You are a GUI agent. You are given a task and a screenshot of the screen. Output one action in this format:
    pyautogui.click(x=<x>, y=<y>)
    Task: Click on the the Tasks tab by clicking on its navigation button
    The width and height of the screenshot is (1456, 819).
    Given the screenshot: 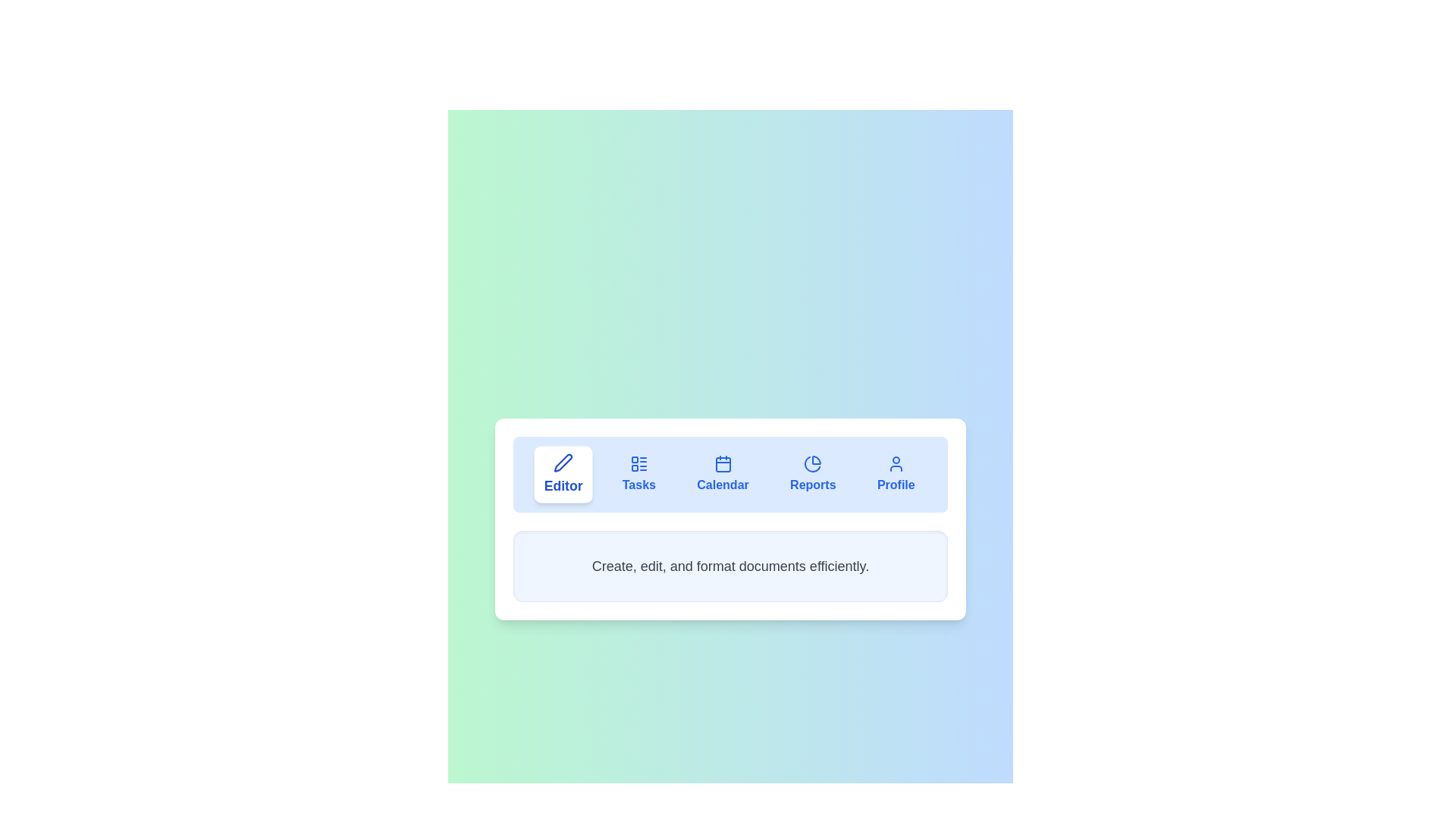 What is the action you would take?
    pyautogui.click(x=638, y=473)
    